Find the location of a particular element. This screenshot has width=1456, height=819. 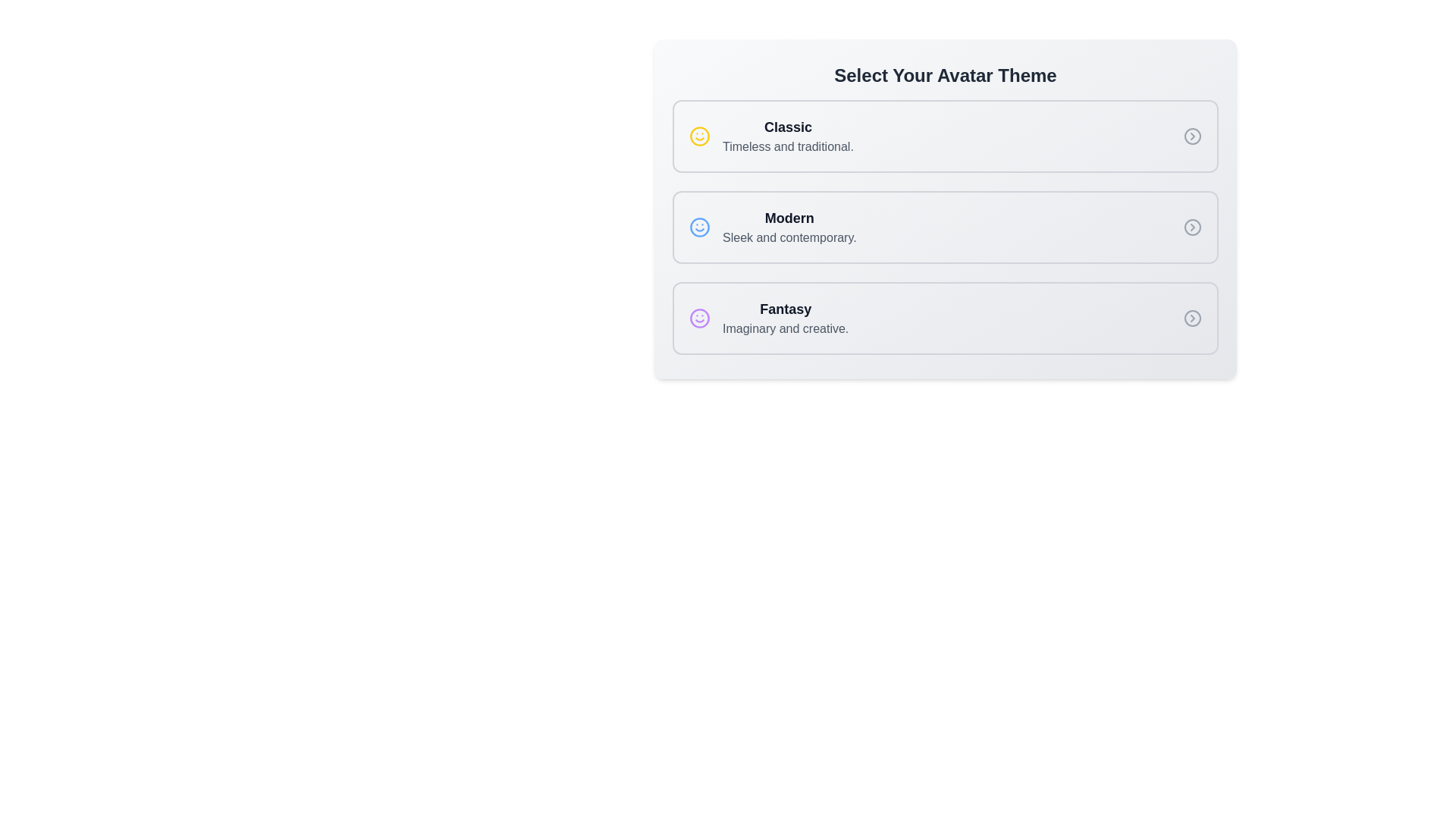

the decorative circle icon inside the SVG, located near the right edge of the 'Fantasy' option in the vertical list of avatar themes is located at coordinates (1192, 318).